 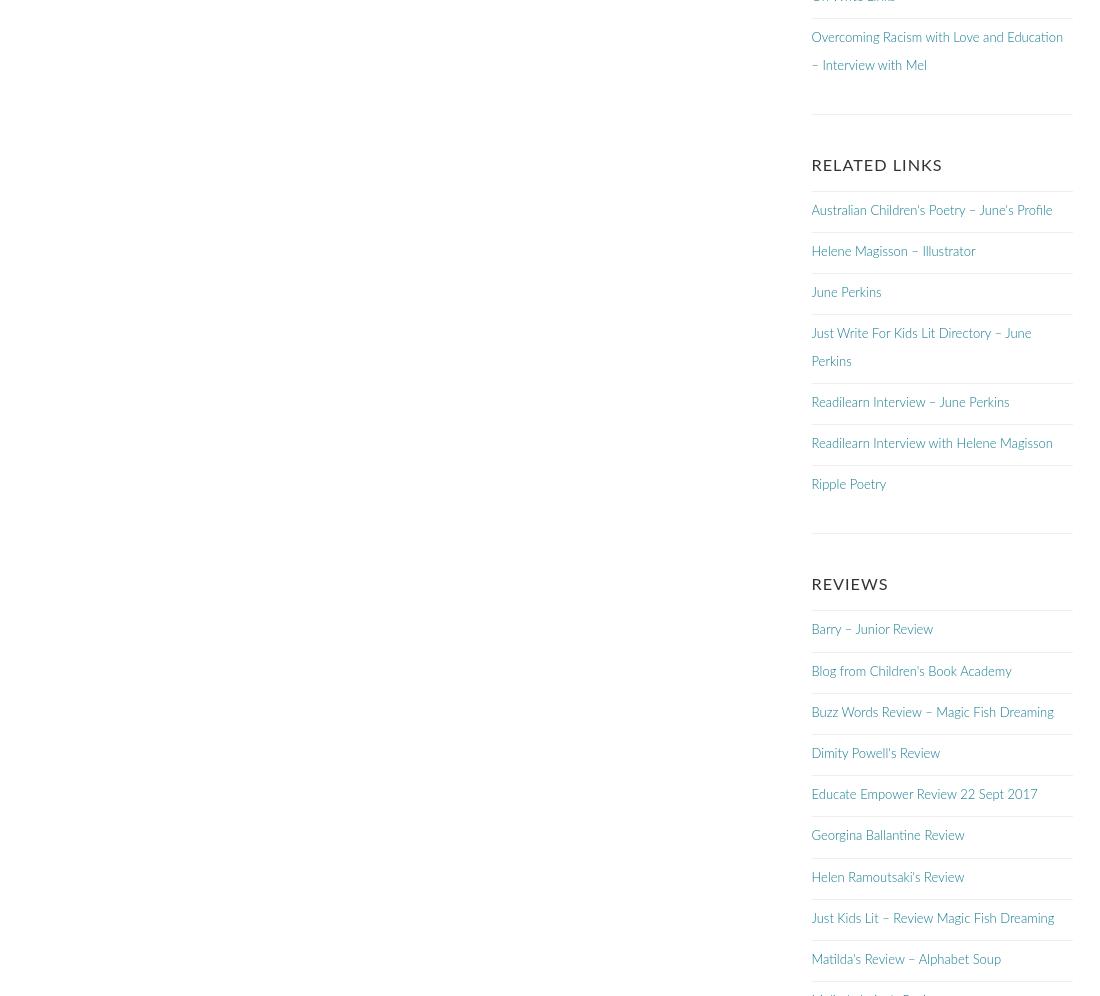 What do you see at coordinates (870, 629) in the screenshot?
I see `'Barry – Junior Review'` at bounding box center [870, 629].